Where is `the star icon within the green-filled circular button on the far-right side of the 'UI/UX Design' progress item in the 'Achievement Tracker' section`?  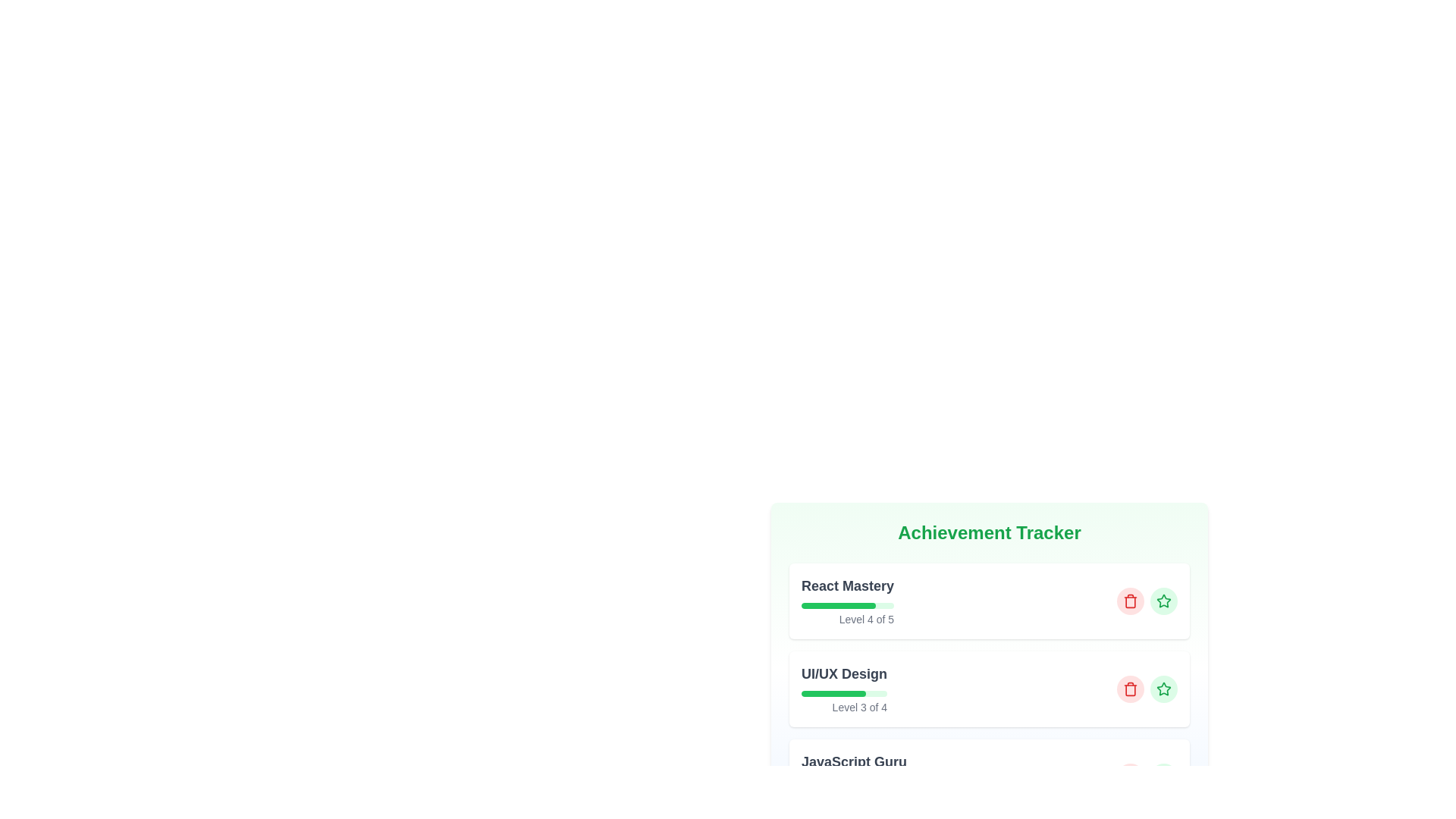
the star icon within the green-filled circular button on the far-right side of the 'UI/UX Design' progress item in the 'Achievement Tracker' section is located at coordinates (1163, 601).